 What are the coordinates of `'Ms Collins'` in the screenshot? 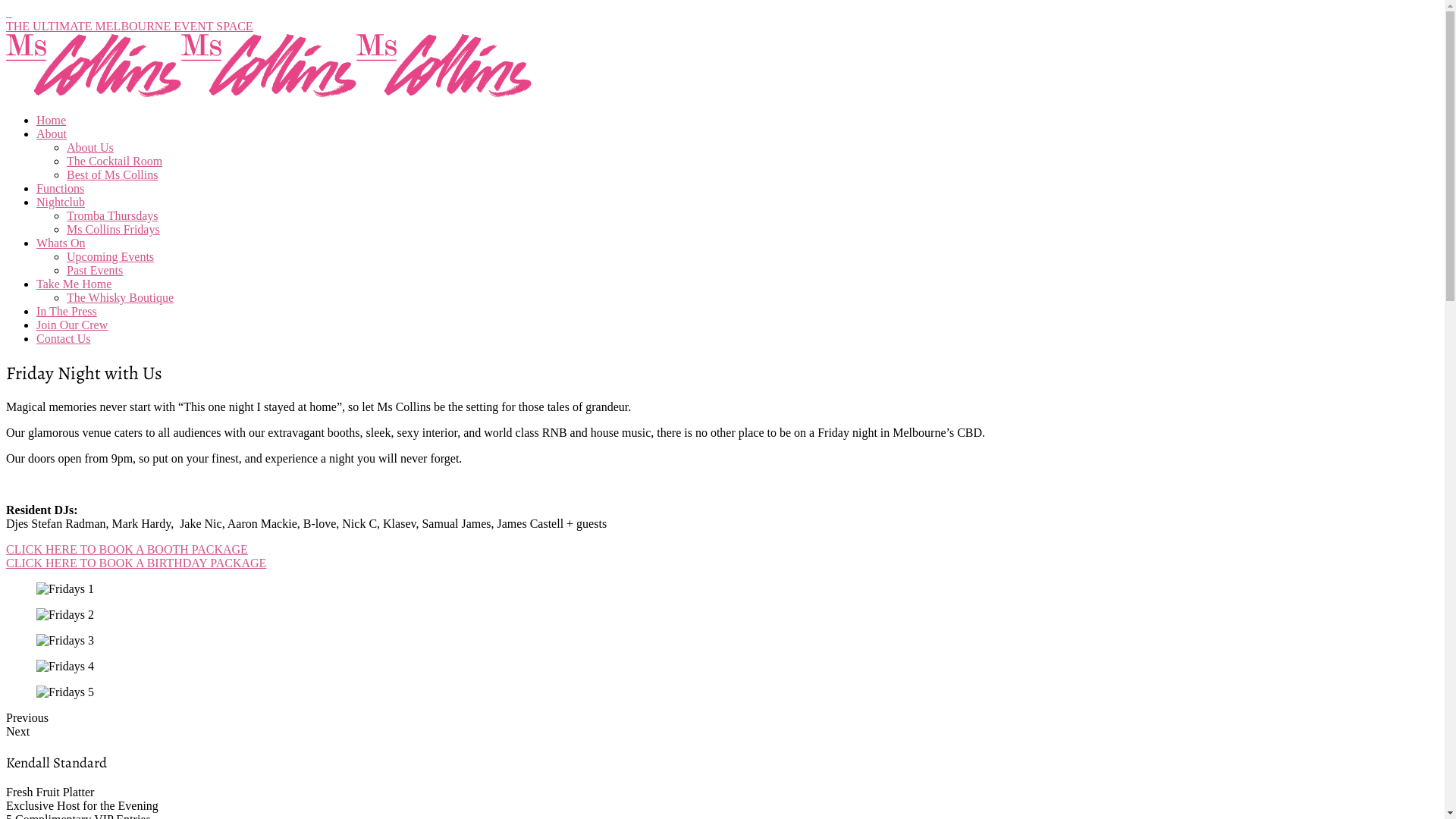 It's located at (93, 94).